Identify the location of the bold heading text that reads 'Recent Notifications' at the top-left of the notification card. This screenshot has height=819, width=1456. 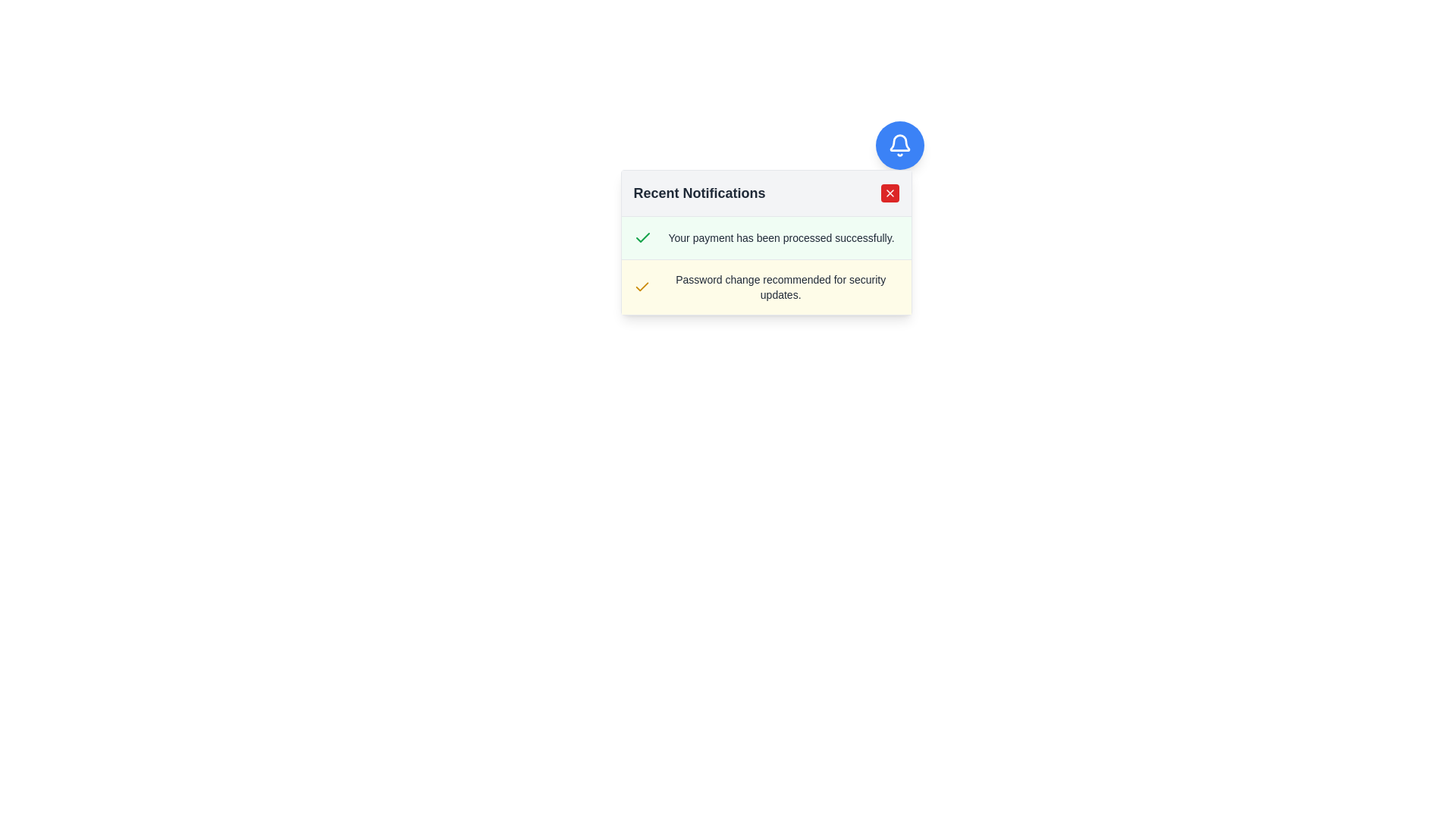
(698, 192).